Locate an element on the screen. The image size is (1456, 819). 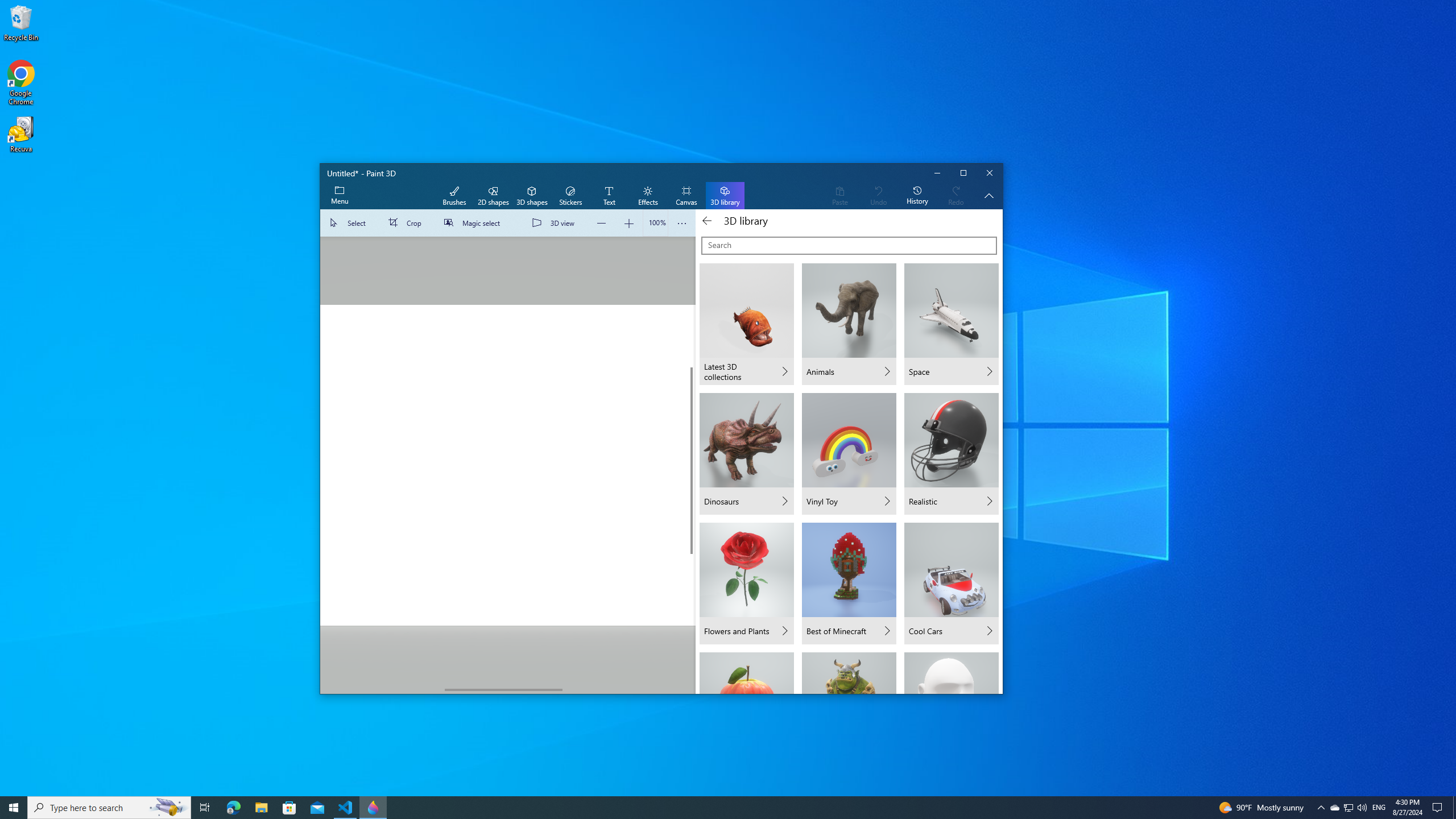
'Brushes' is located at coordinates (454, 196).